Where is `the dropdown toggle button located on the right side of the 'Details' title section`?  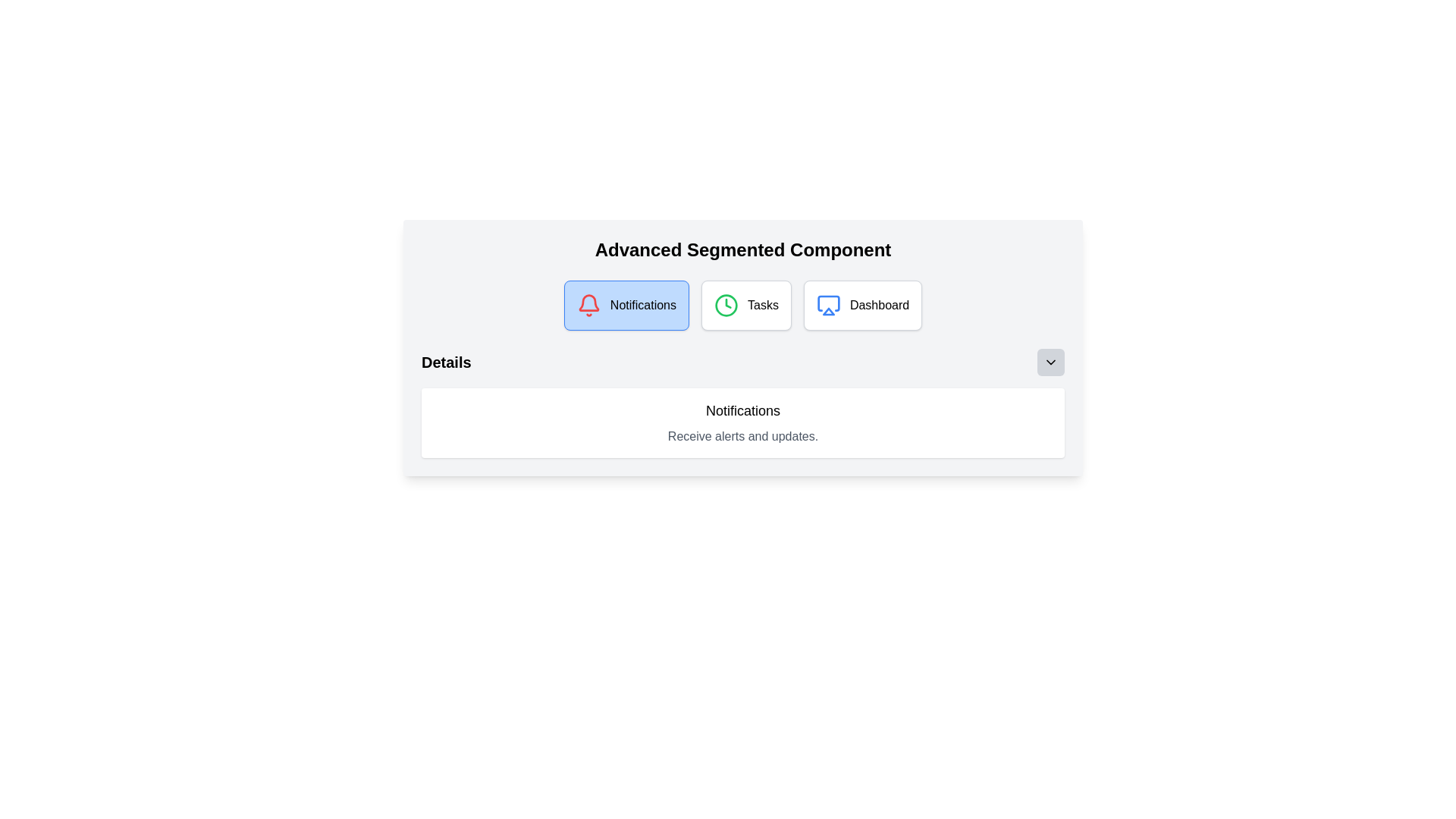 the dropdown toggle button located on the right side of the 'Details' title section is located at coordinates (1050, 362).